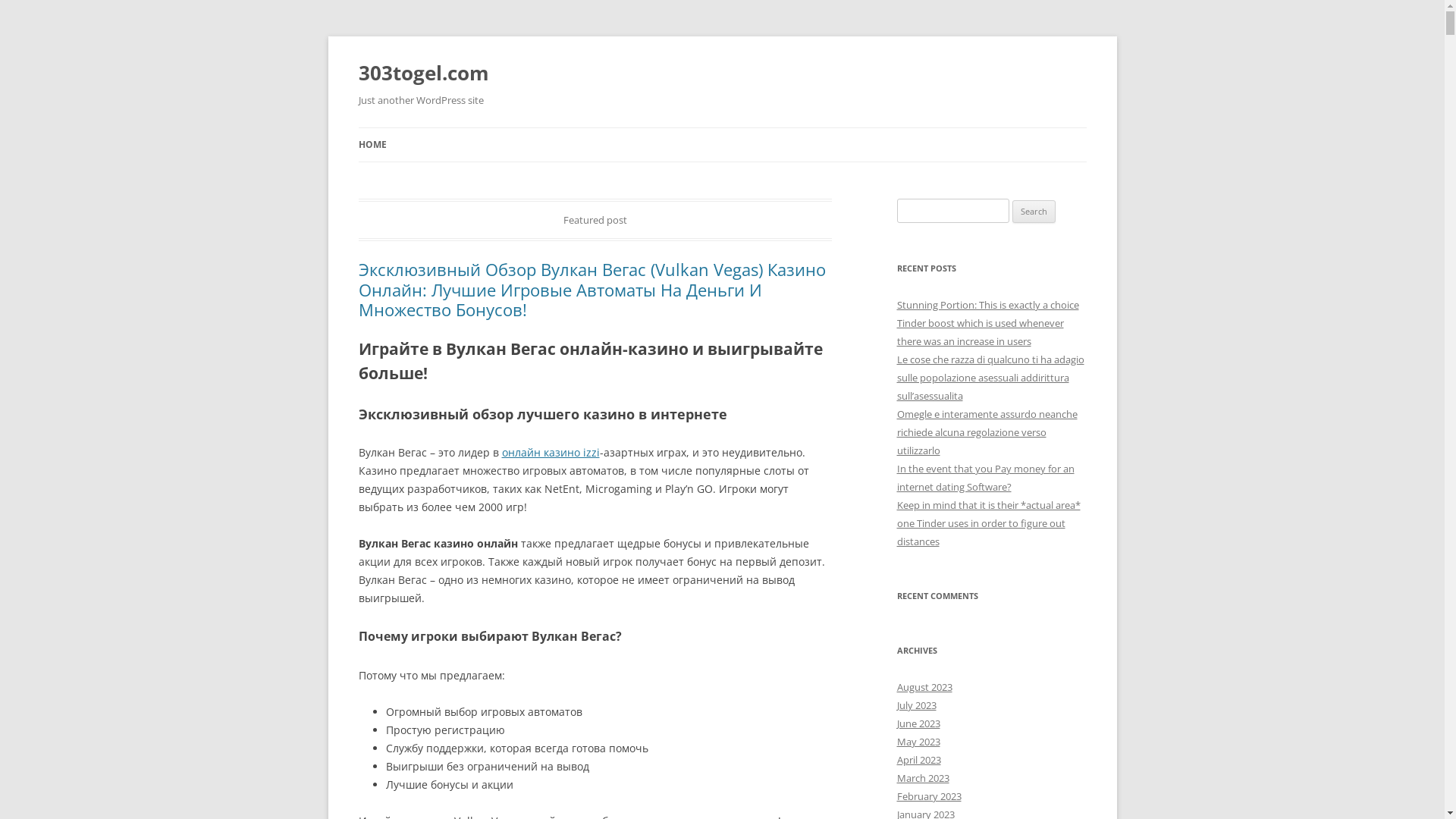 This screenshot has height=819, width=1456. I want to click on 'June 2023', so click(917, 722).